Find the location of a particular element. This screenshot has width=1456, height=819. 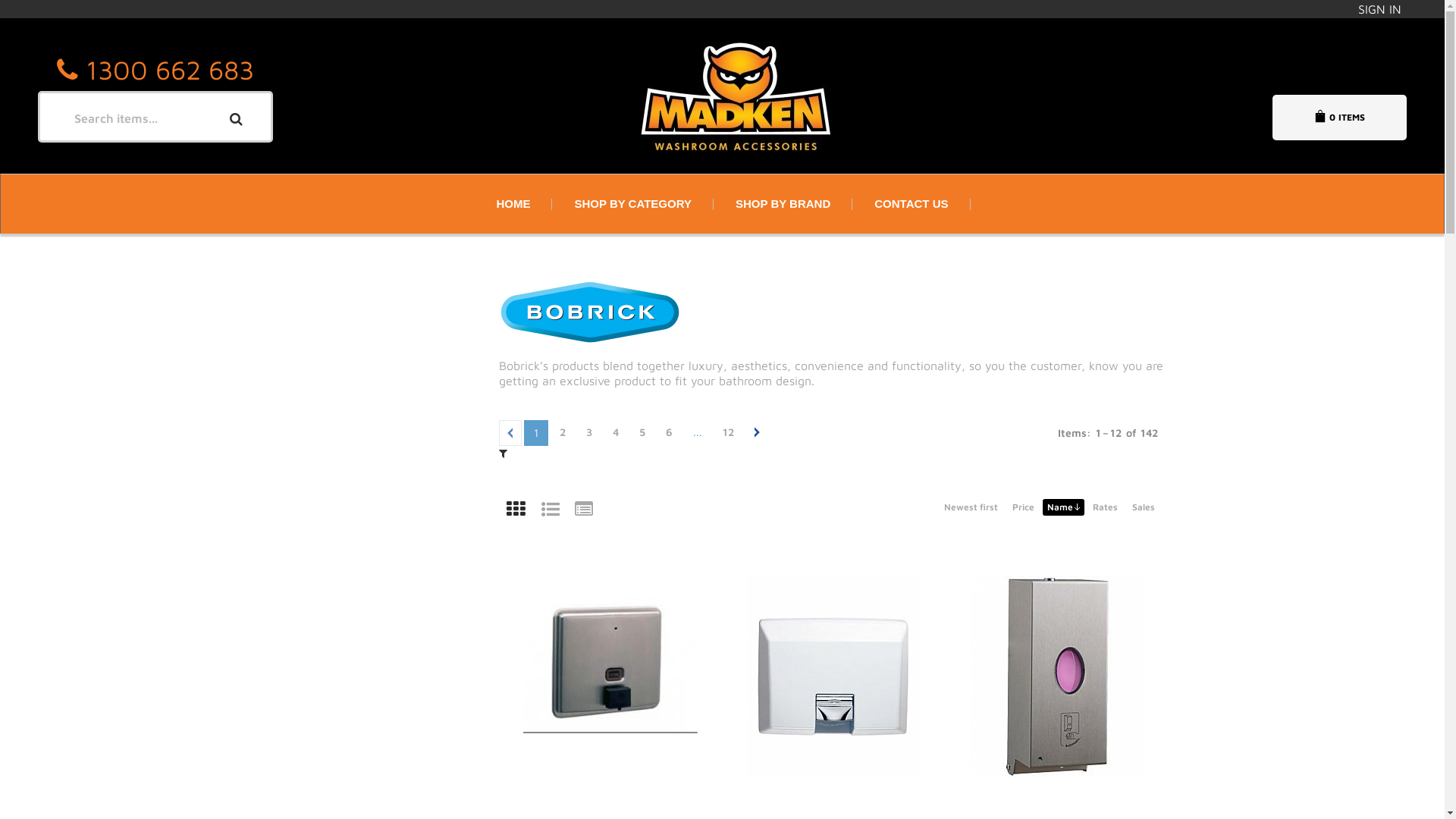

'Sales' is located at coordinates (1143, 507).